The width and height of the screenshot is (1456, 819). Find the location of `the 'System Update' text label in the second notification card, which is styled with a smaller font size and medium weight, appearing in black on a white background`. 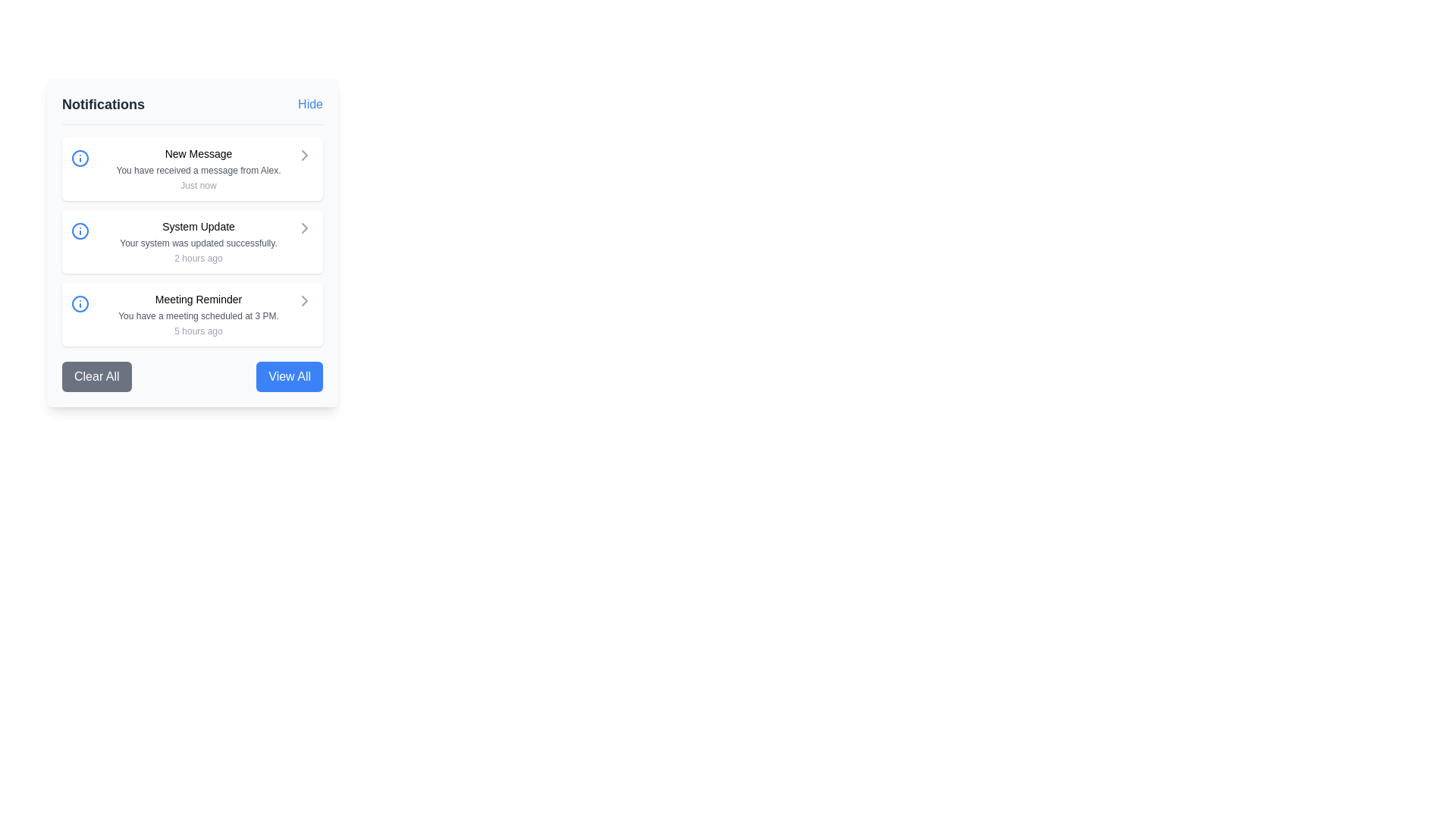

the 'System Update' text label in the second notification card, which is styled with a smaller font size and medium weight, appearing in black on a white background is located at coordinates (198, 227).